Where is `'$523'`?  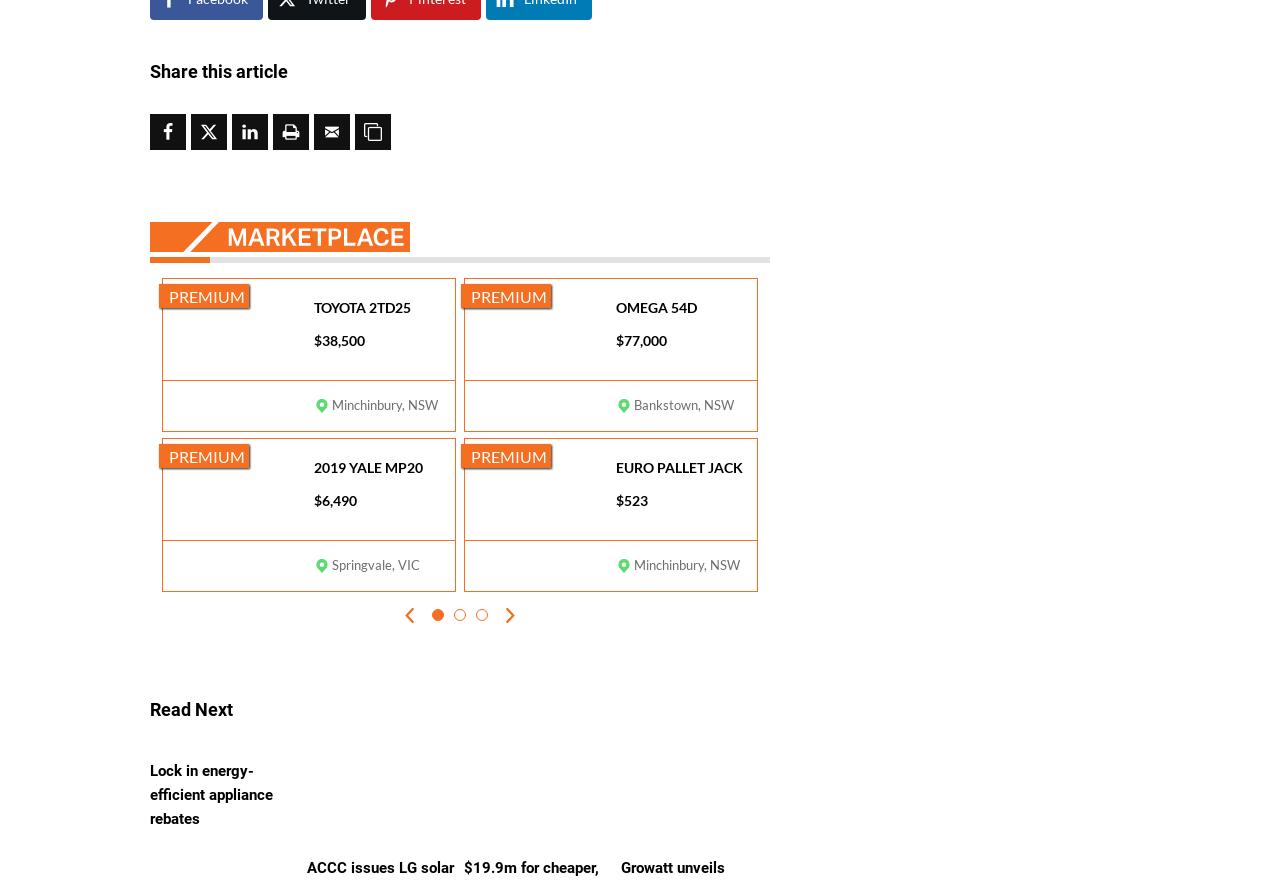 '$523' is located at coordinates (631, 499).